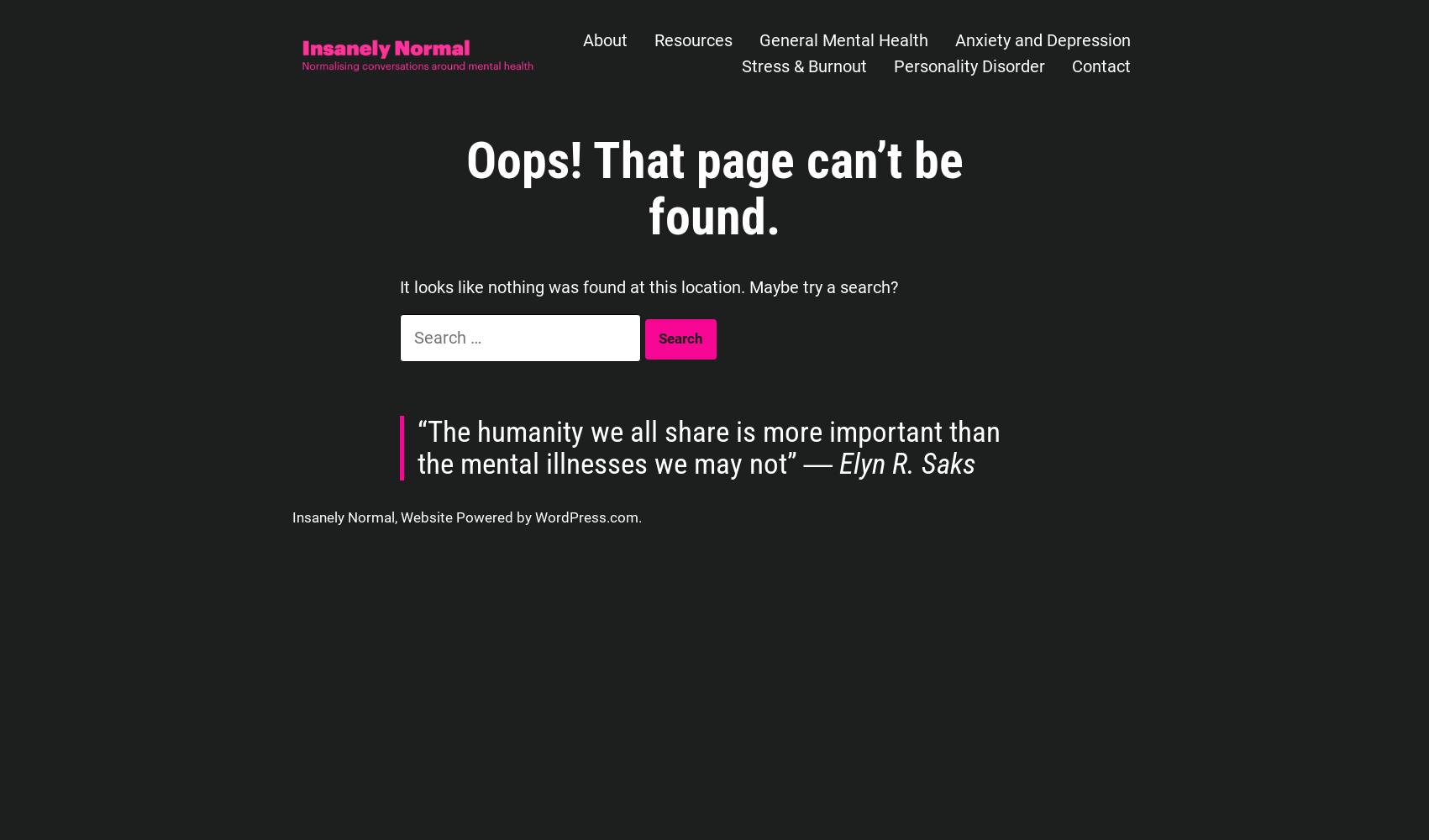 The image size is (1429, 840). I want to click on 'Anxiety and Depression', so click(1042, 40).